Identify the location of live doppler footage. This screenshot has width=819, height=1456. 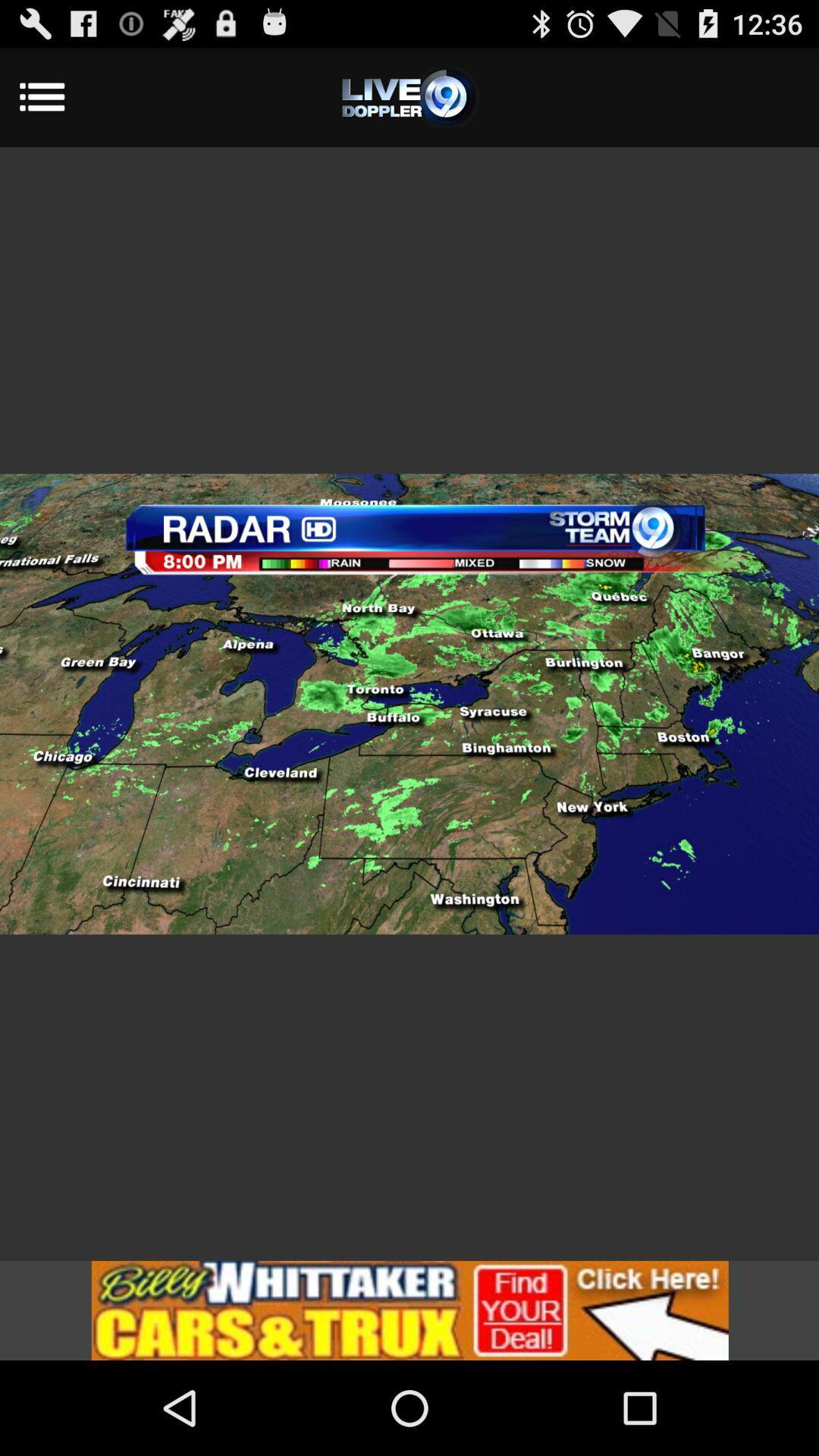
(409, 96).